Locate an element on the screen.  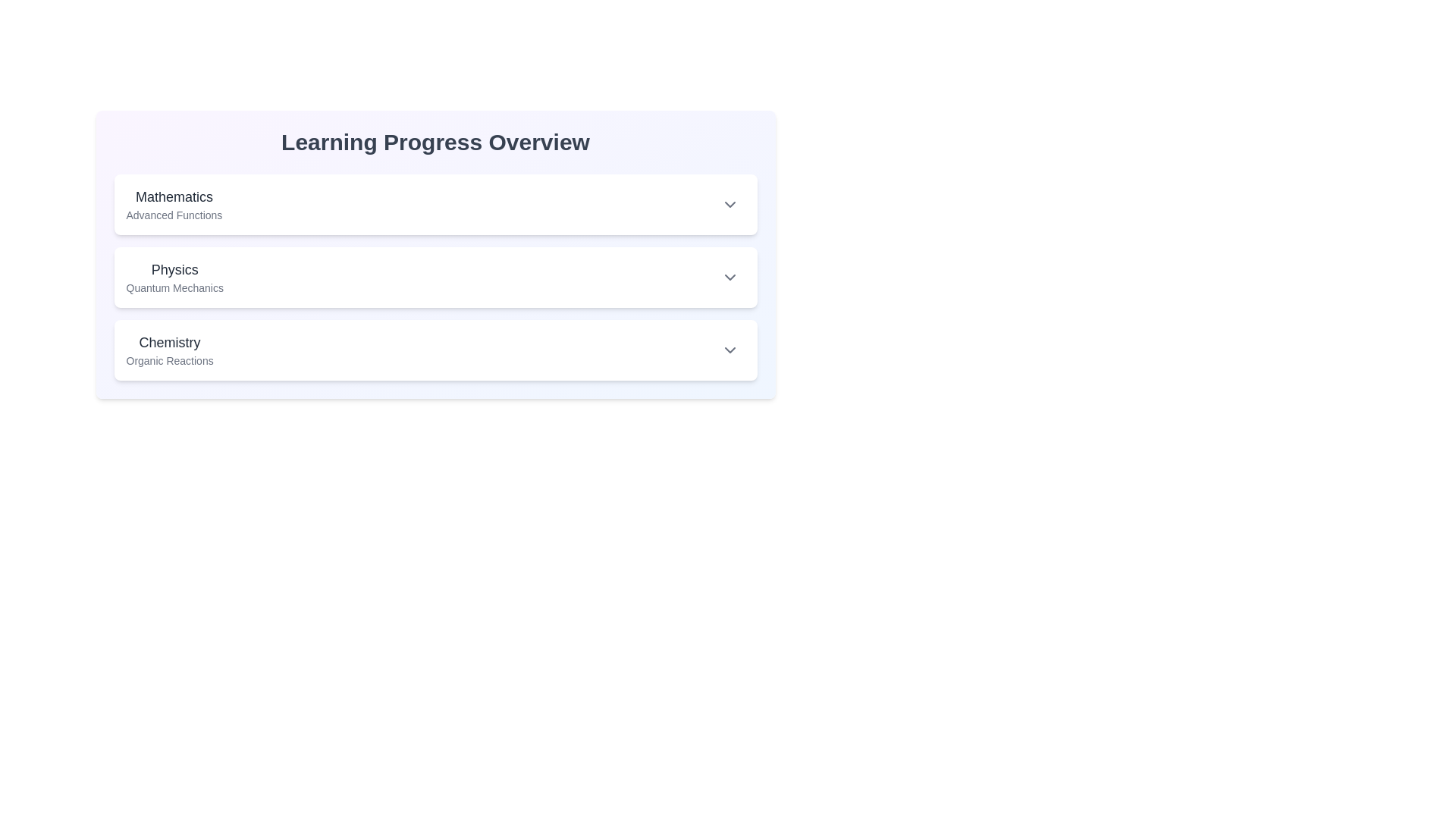
the 'Mathematics' category heading text label located in the top-left corner of the 'Mathematics Advanced Functions' section is located at coordinates (174, 196).